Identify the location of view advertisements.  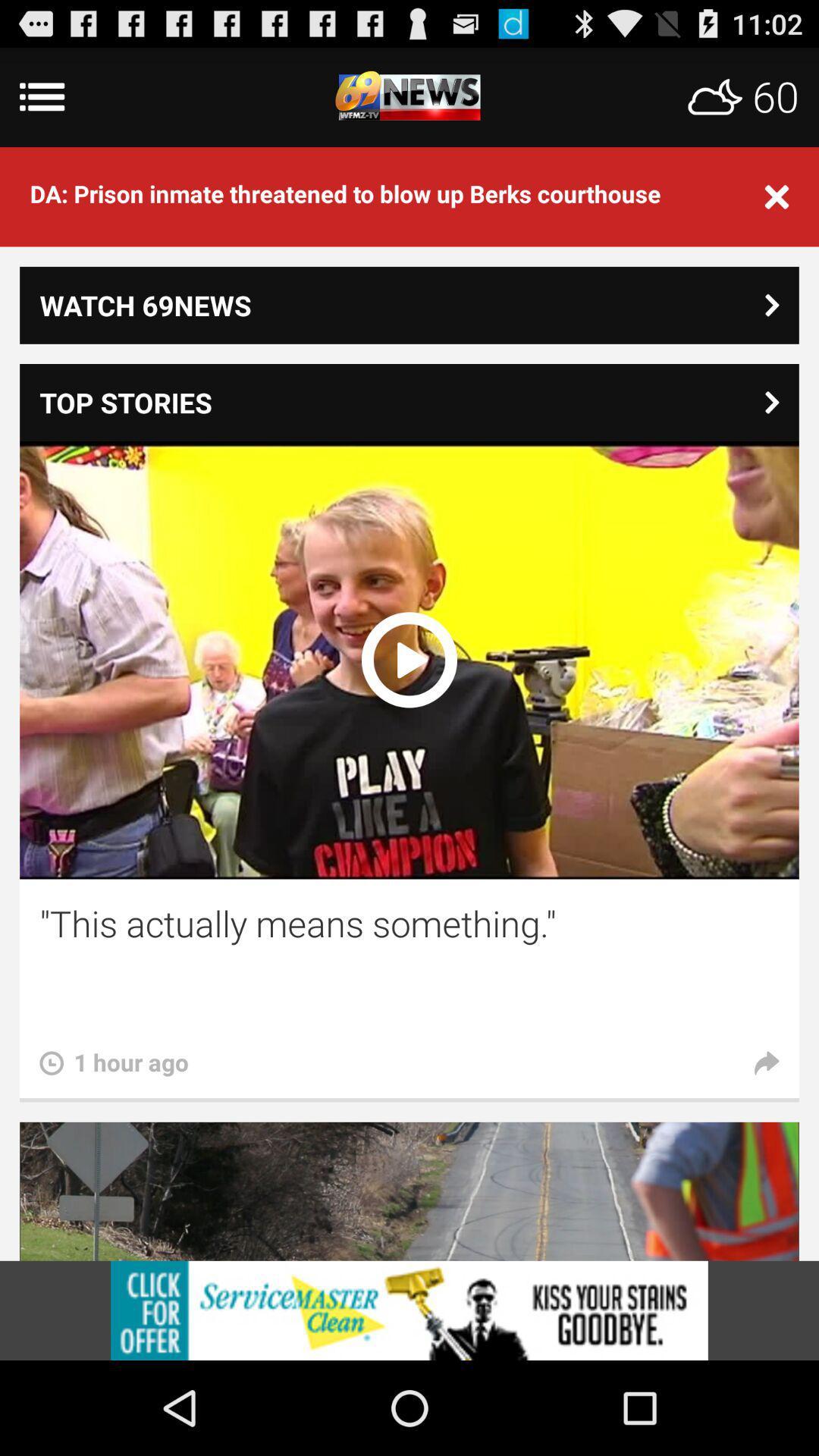
(409, 1310).